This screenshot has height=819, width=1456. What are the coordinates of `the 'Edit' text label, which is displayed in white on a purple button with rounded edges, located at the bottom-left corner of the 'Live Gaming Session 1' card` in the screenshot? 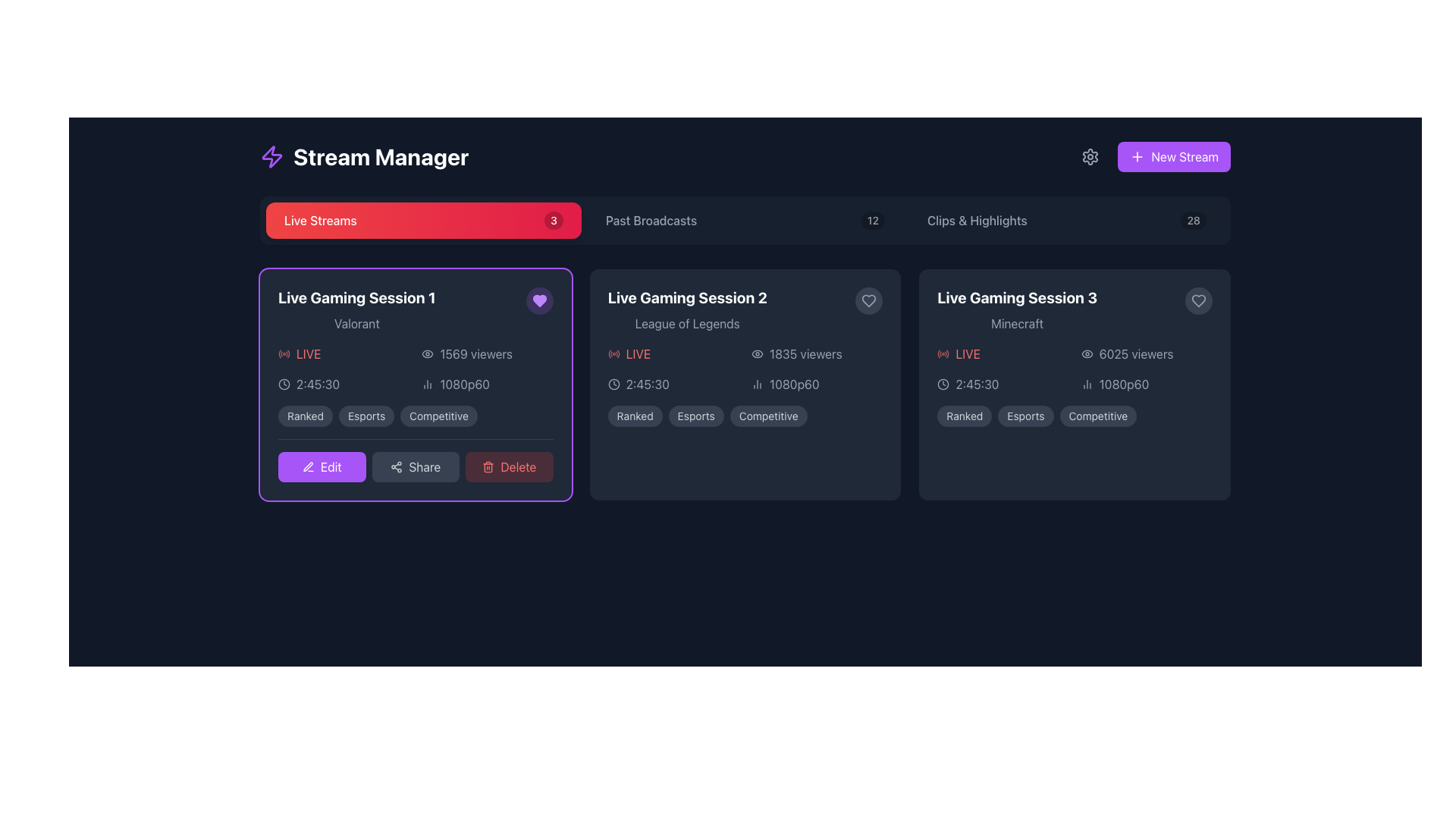 It's located at (330, 466).